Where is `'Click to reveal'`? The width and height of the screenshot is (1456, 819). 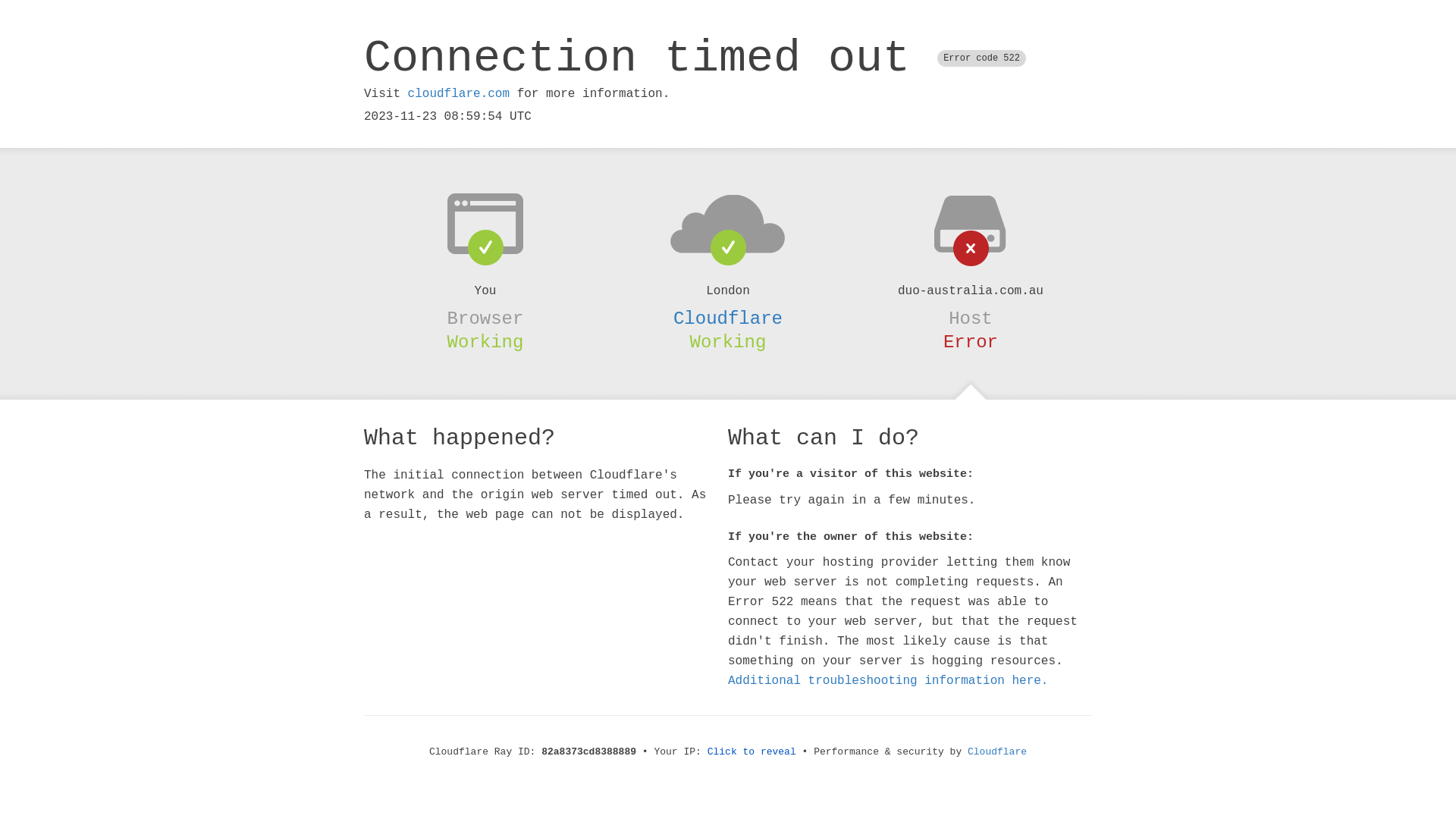
'Click to reveal' is located at coordinates (752, 752).